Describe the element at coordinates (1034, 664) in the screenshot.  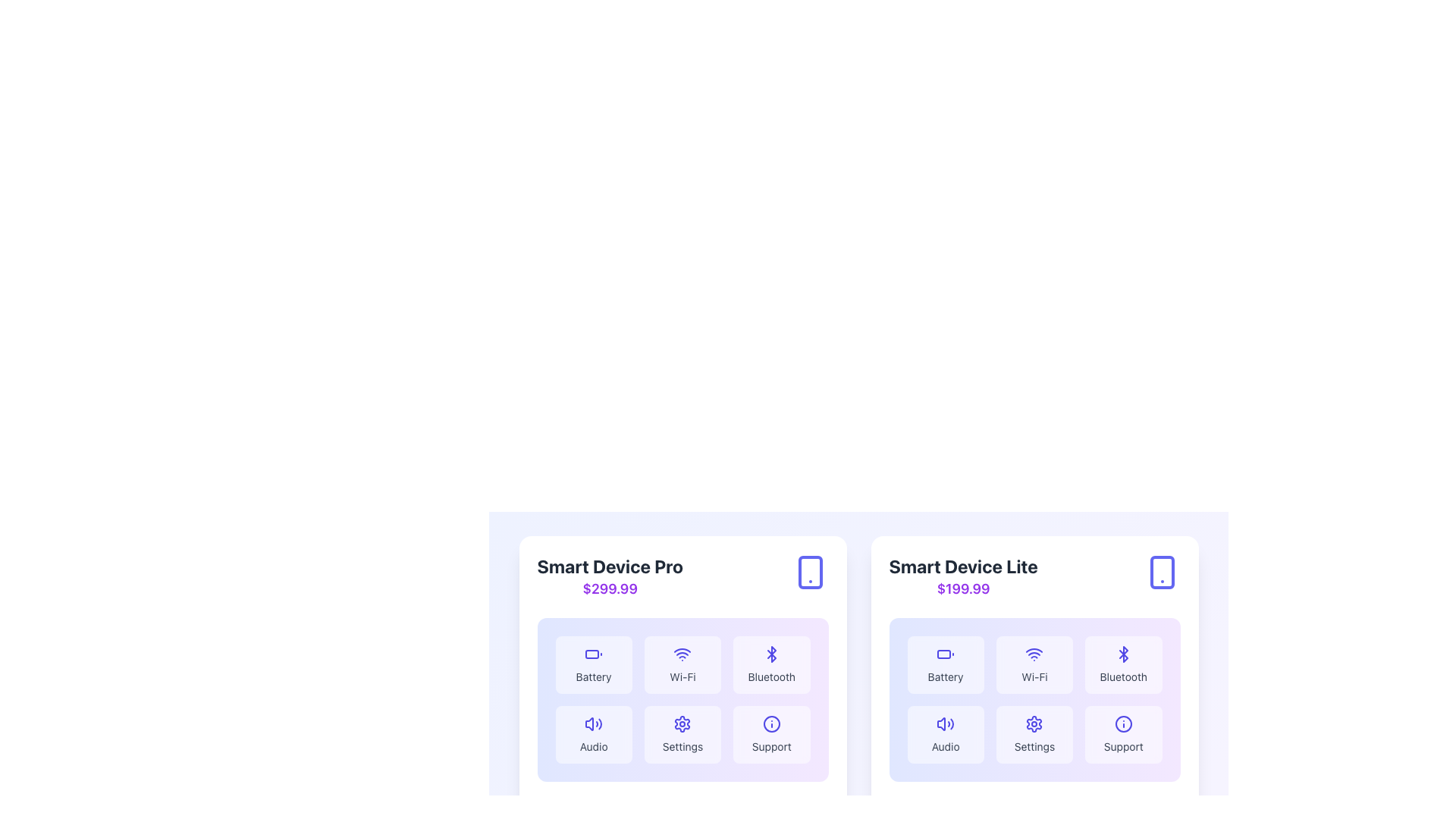
I see `the Wi-Fi control button located in the second row, center column of the grid layout in the 'Smart Device Lite' interface` at that location.